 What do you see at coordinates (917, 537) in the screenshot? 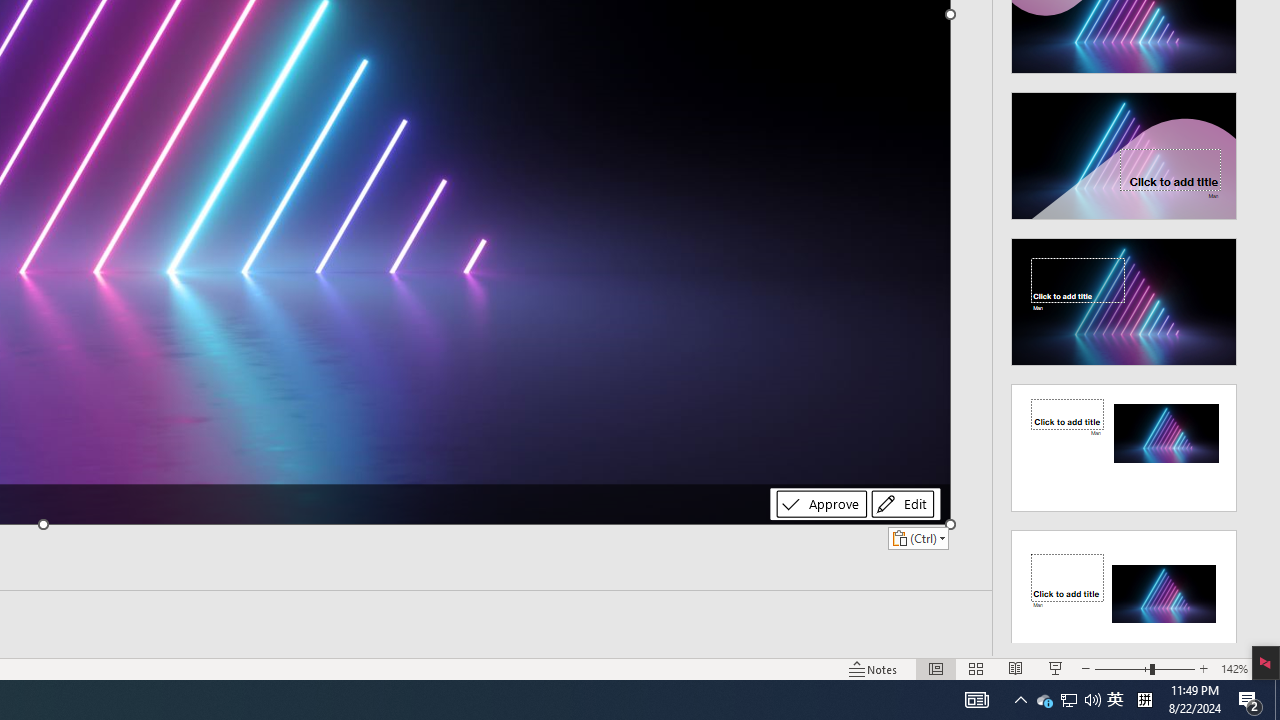
I see `'Action: Paste alternatives'` at bounding box center [917, 537].